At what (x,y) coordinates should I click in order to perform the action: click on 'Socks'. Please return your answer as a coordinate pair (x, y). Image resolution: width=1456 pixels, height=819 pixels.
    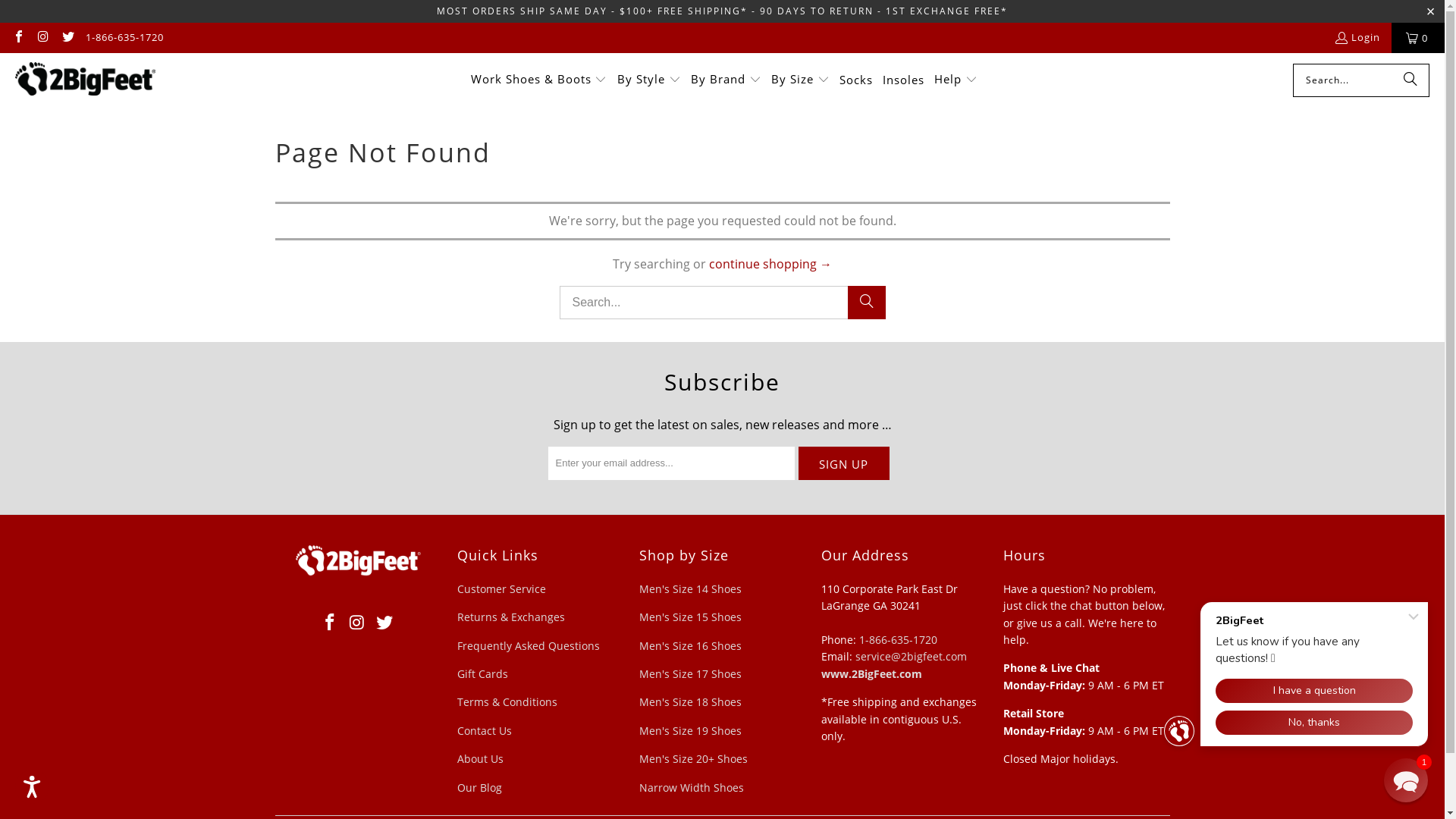
    Looking at the image, I should click on (855, 80).